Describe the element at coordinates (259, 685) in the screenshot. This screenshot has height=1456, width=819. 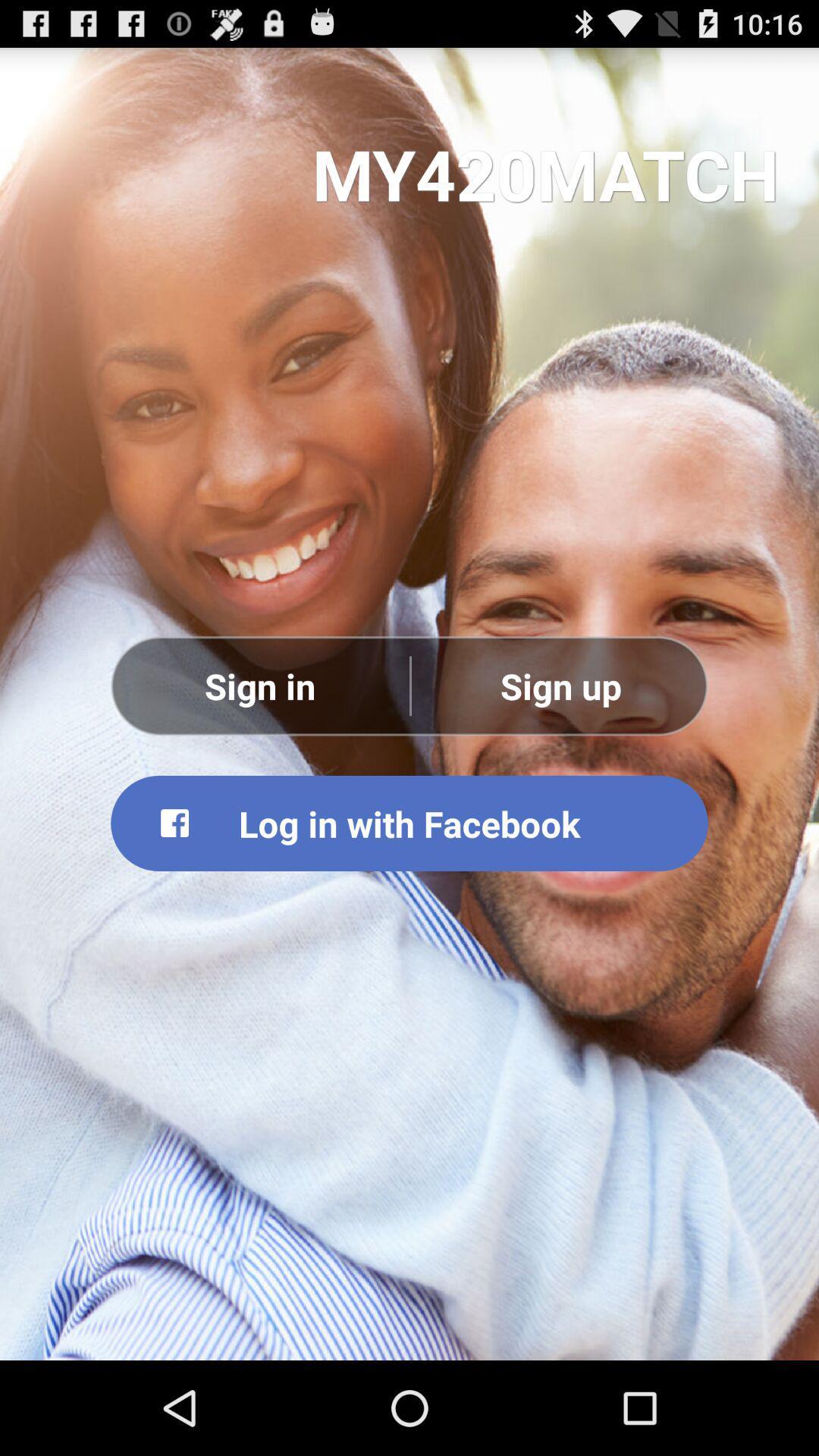
I see `the item below the my420match app` at that location.